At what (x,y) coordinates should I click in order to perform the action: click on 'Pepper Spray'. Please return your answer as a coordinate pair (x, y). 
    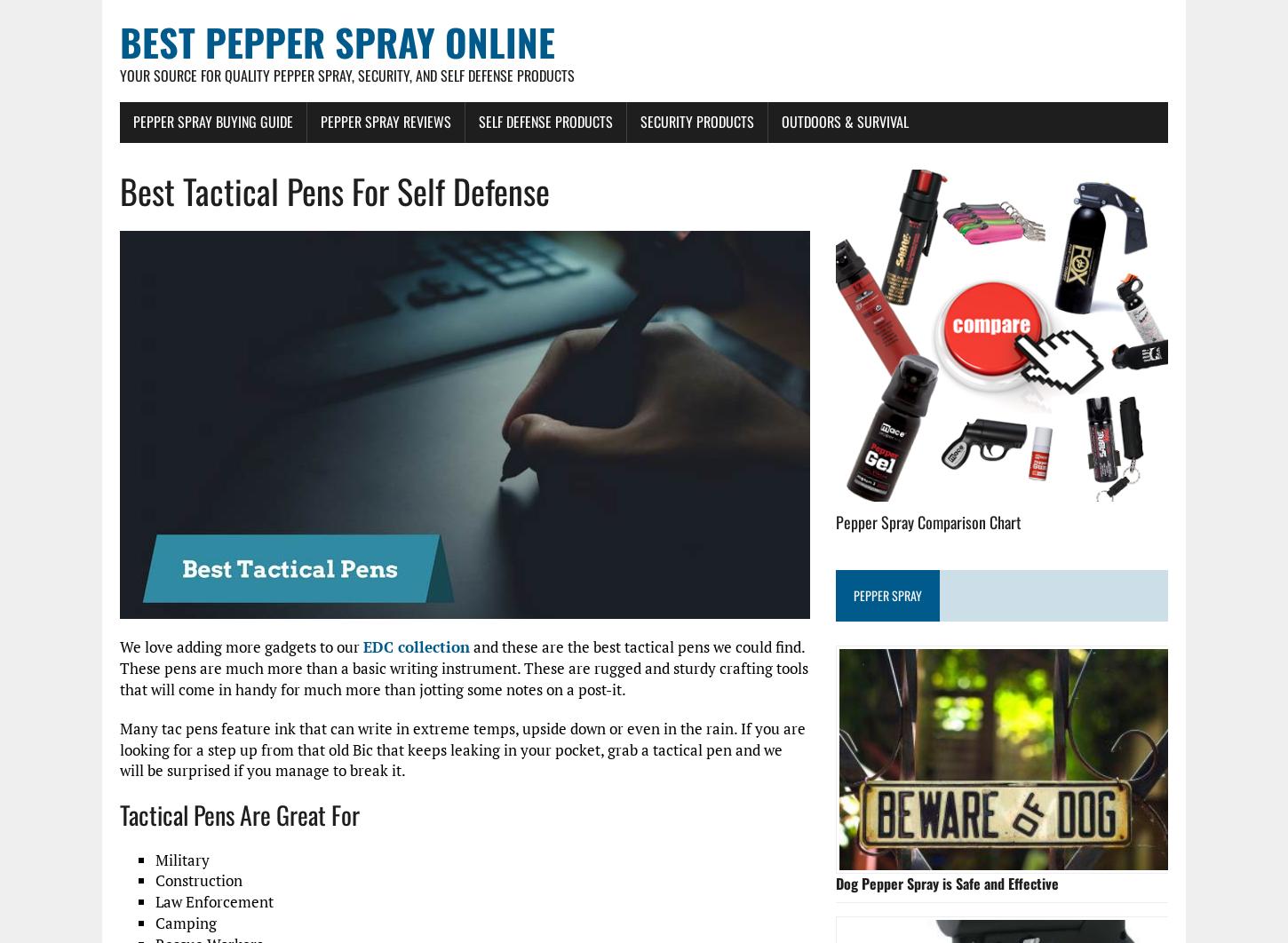
    Looking at the image, I should click on (887, 594).